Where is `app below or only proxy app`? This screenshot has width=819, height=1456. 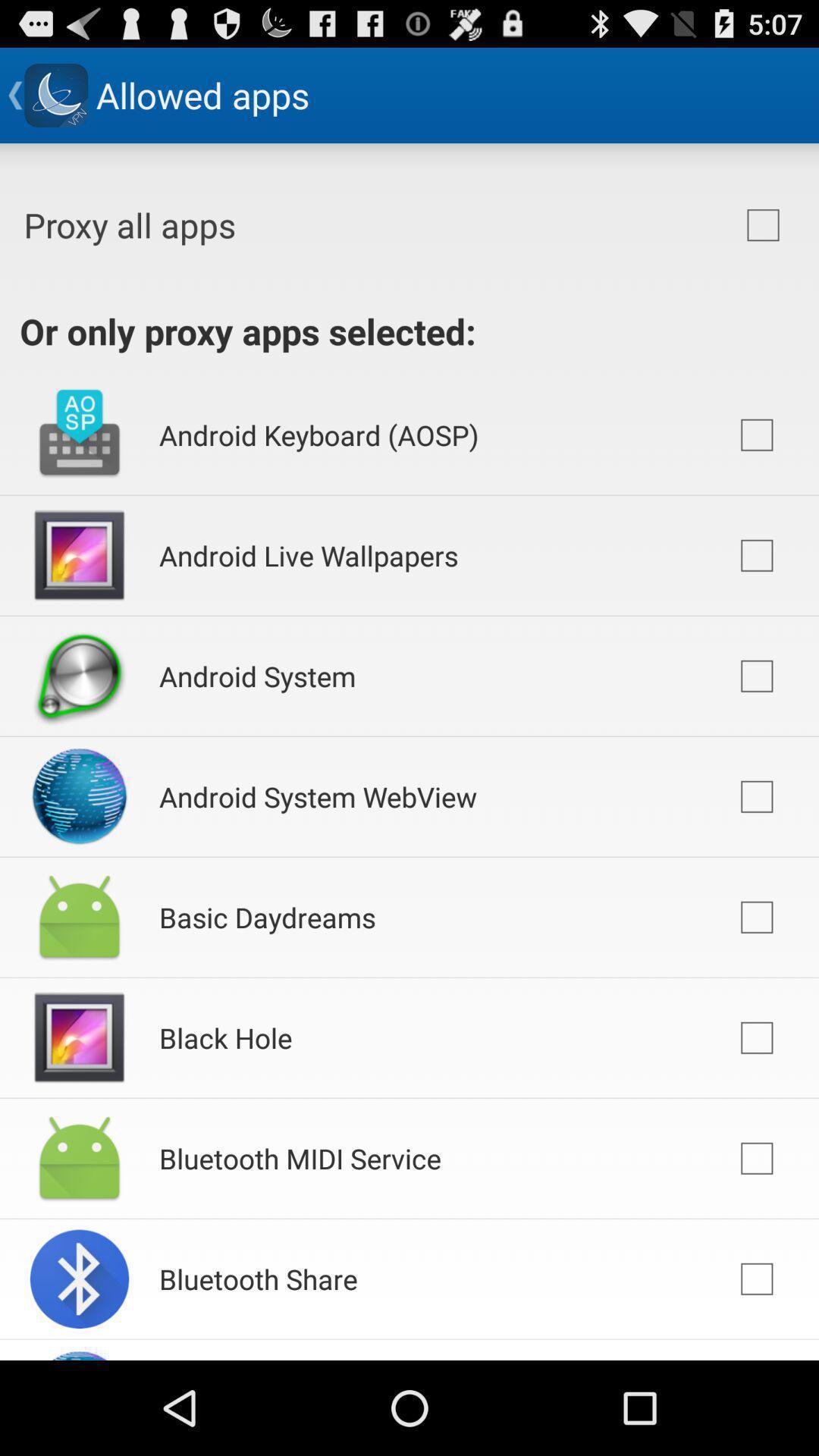
app below or only proxy app is located at coordinates (318, 434).